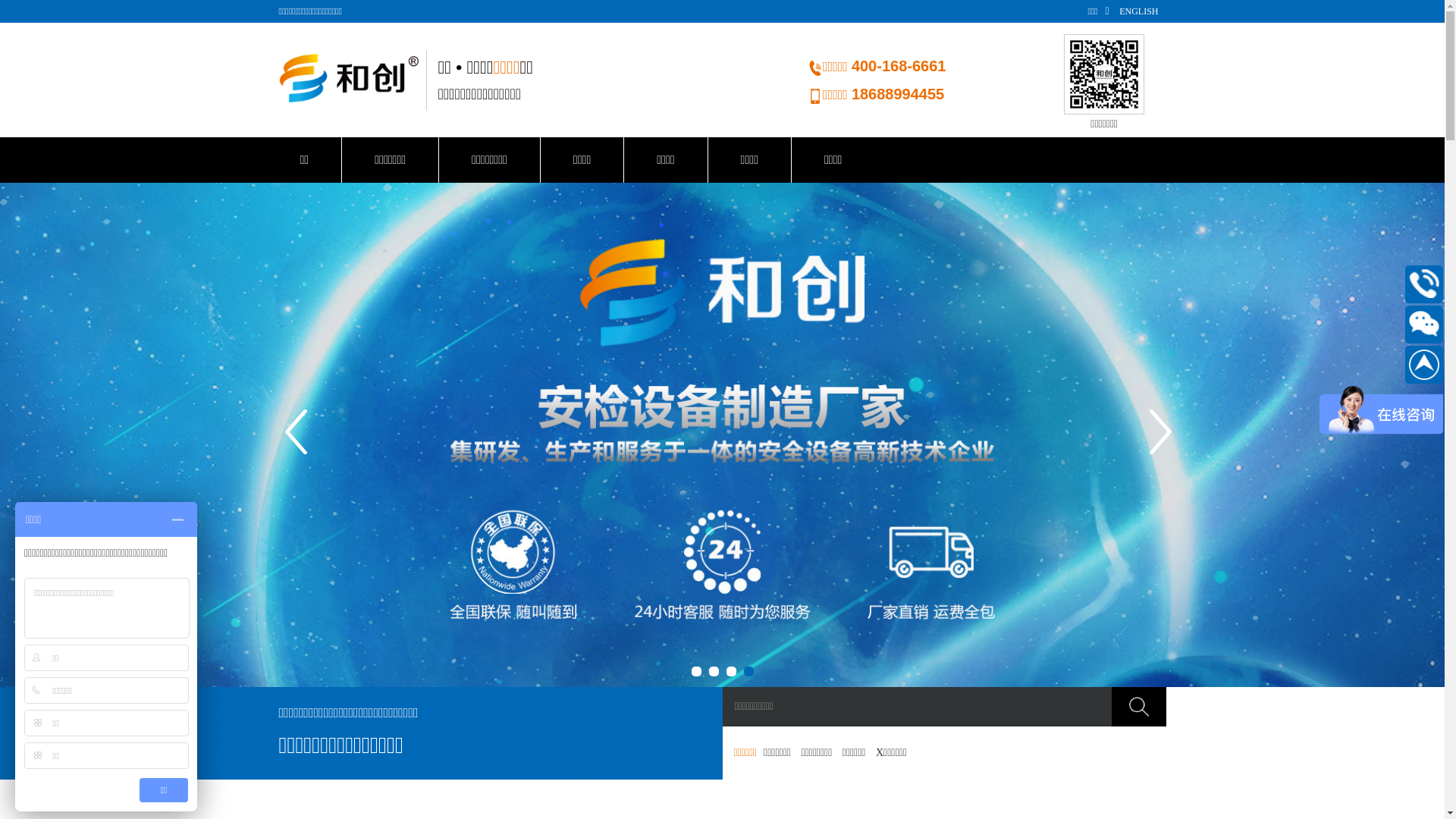  I want to click on '4', so click(742, 670).